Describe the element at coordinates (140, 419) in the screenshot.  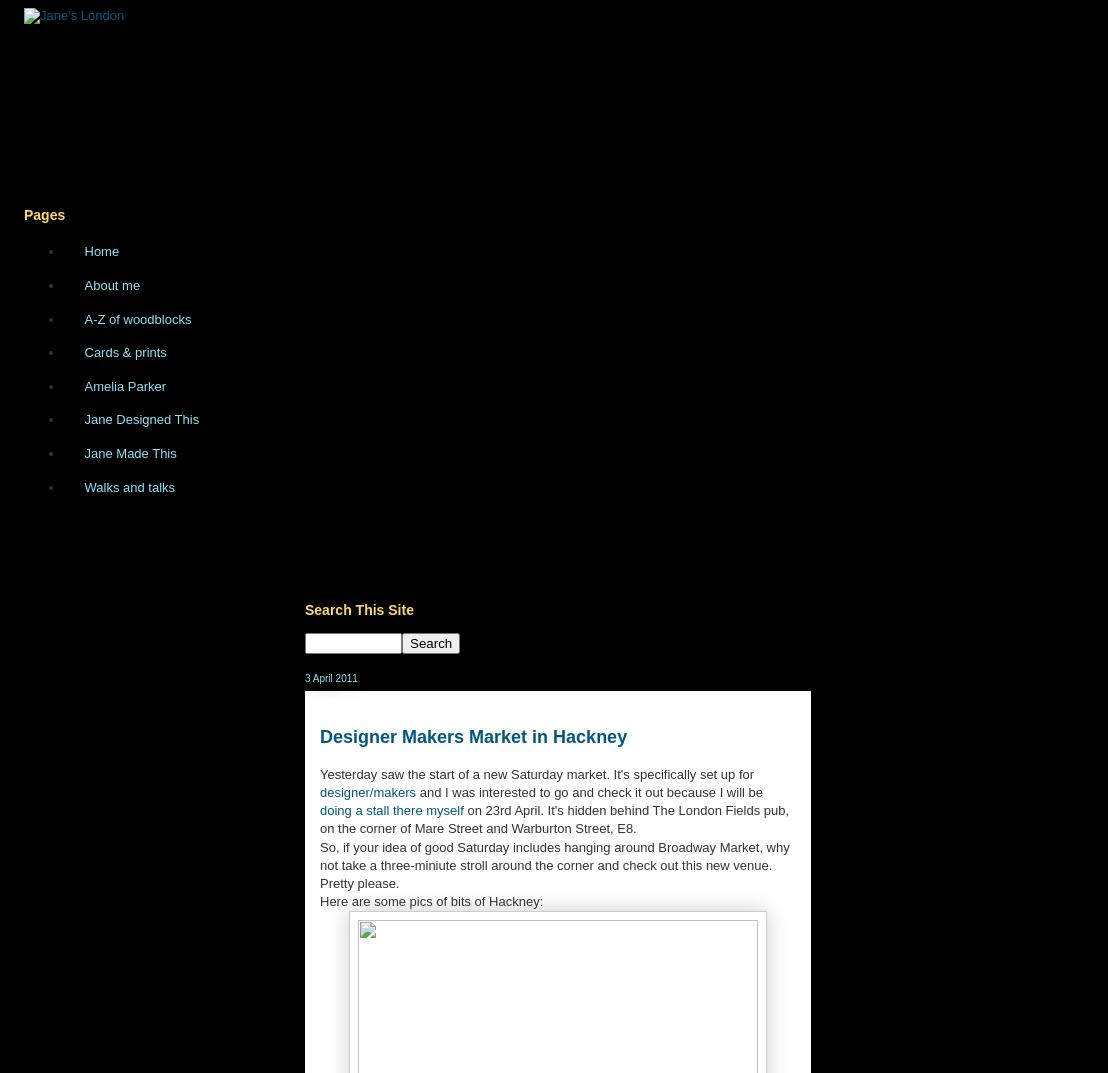
I see `'Jane Designed This'` at that location.